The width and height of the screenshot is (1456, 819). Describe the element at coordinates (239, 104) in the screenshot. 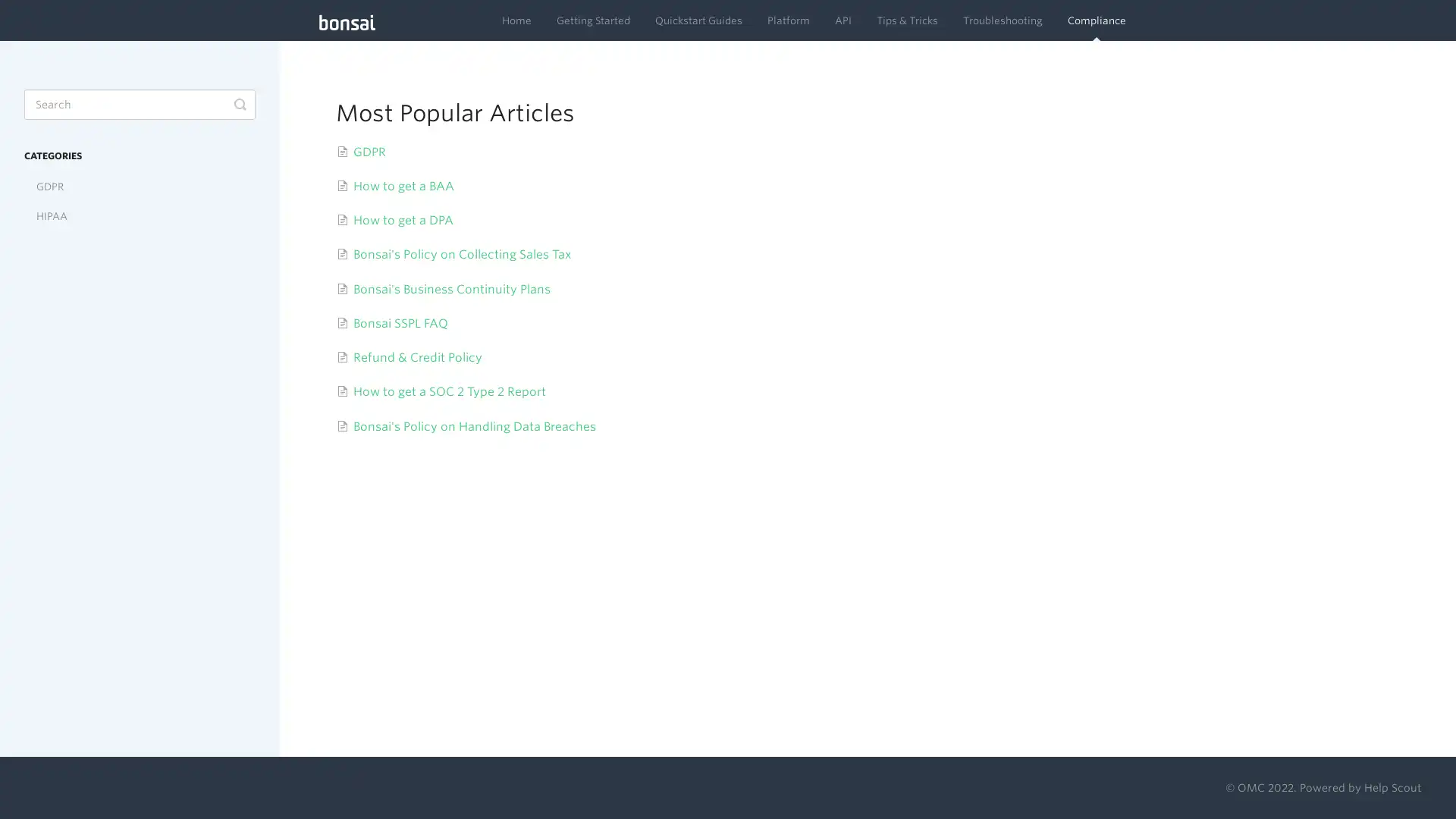

I see `Toggle Search` at that location.